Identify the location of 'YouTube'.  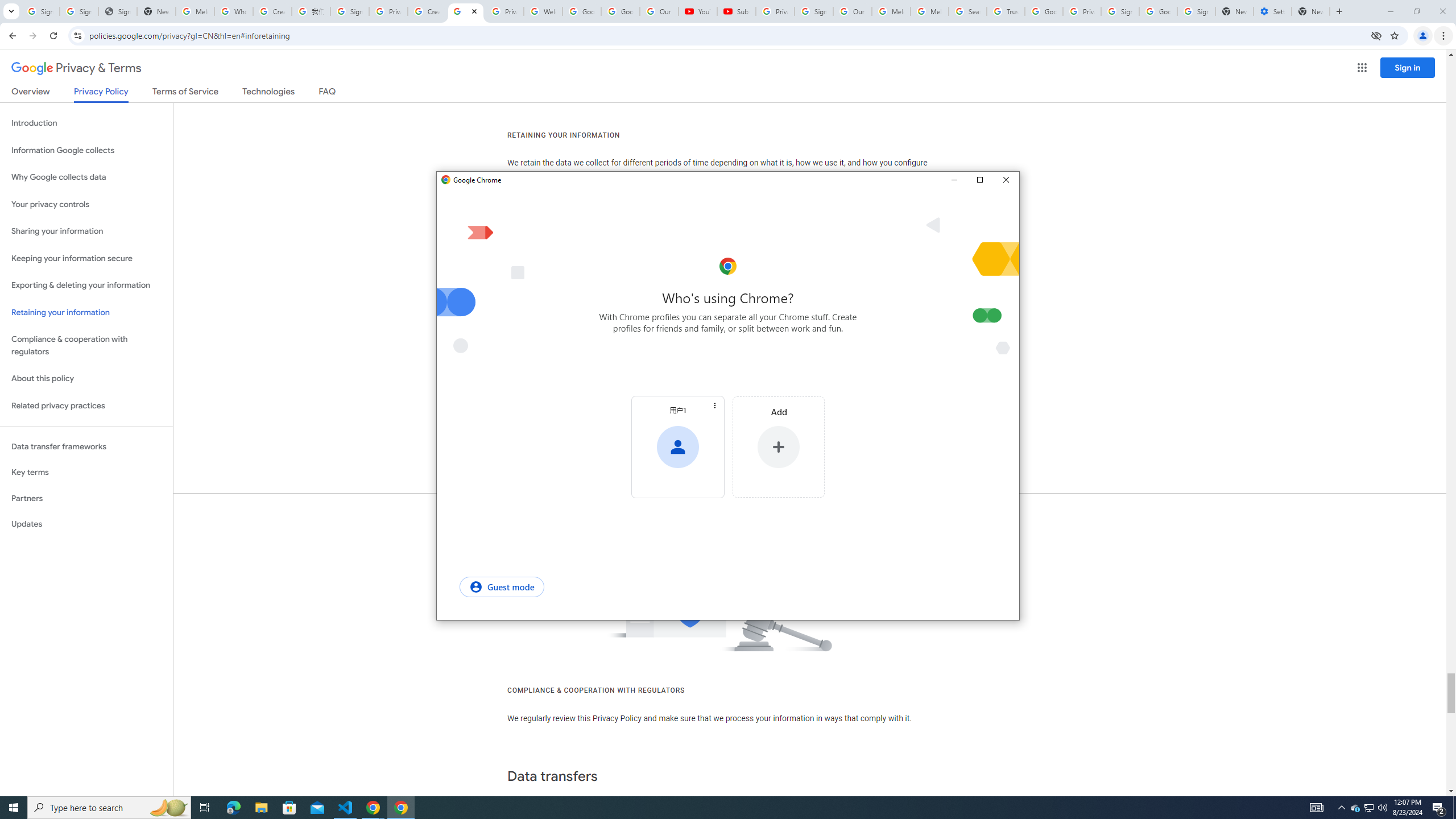
(697, 11).